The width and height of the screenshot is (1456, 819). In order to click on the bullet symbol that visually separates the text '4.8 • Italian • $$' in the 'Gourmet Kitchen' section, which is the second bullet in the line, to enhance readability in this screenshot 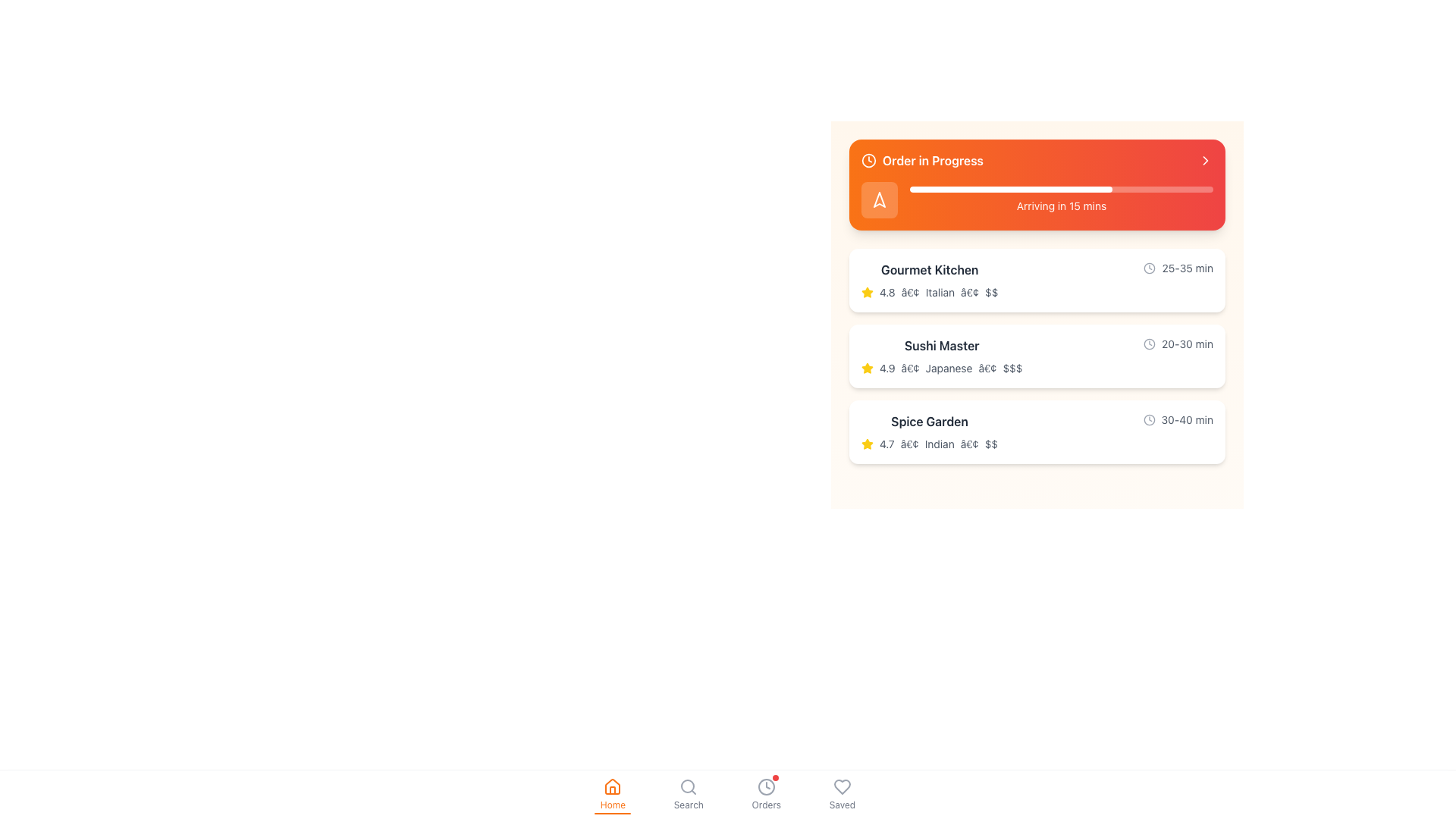, I will do `click(969, 292)`.